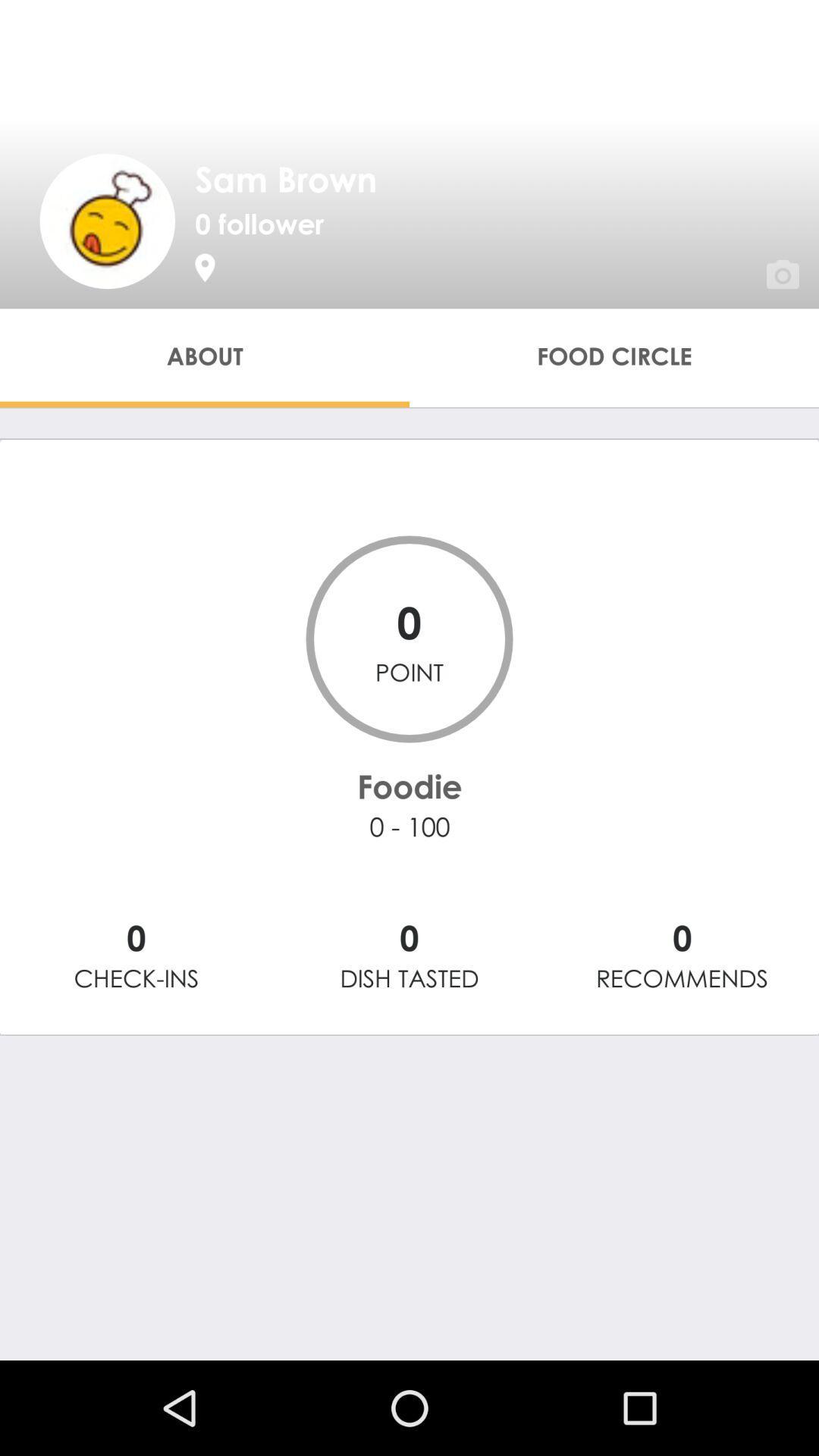  I want to click on the photo icon, so click(763, 254).